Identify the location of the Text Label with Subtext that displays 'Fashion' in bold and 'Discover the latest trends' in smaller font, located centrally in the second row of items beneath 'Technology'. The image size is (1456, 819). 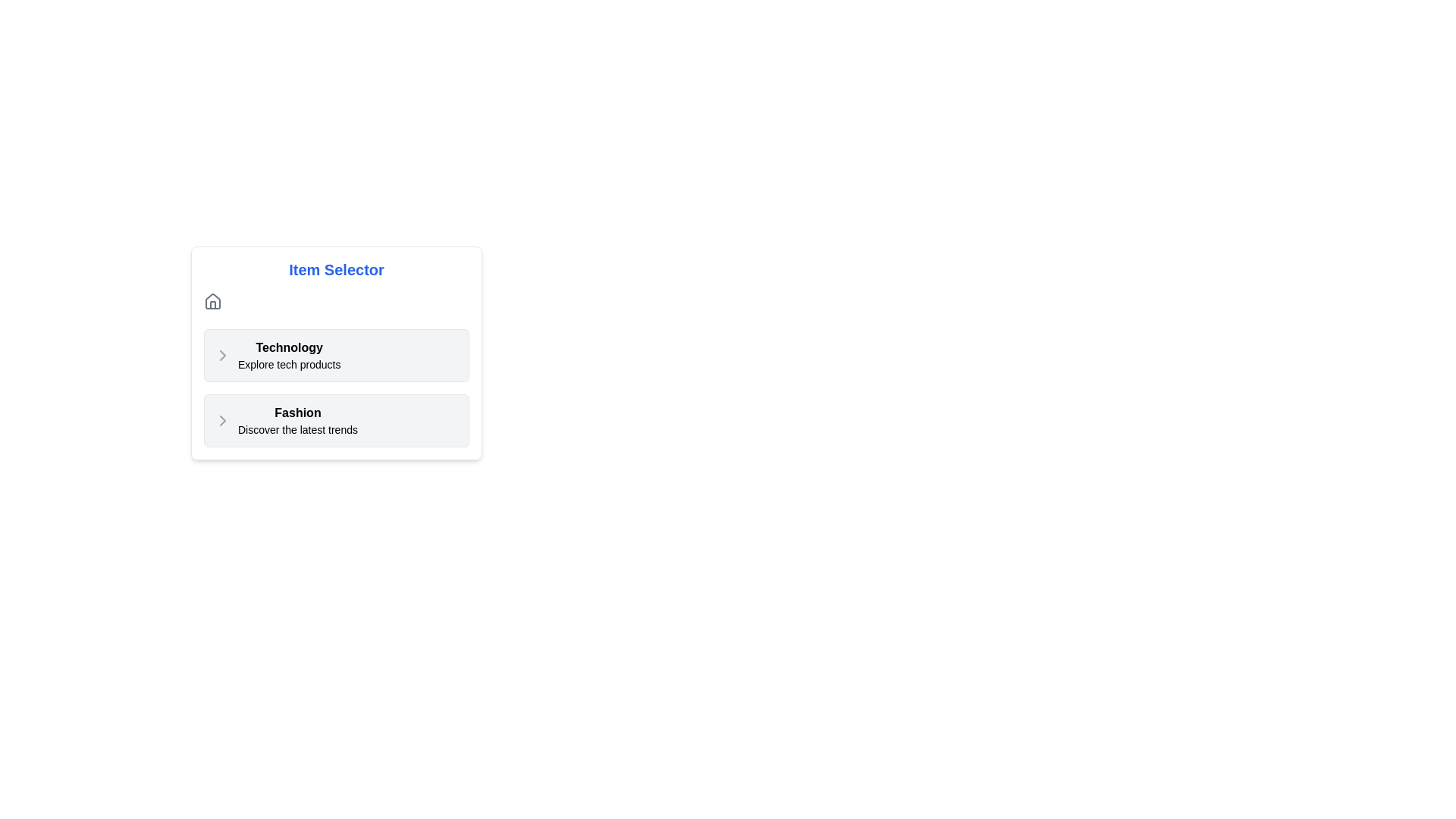
(298, 421).